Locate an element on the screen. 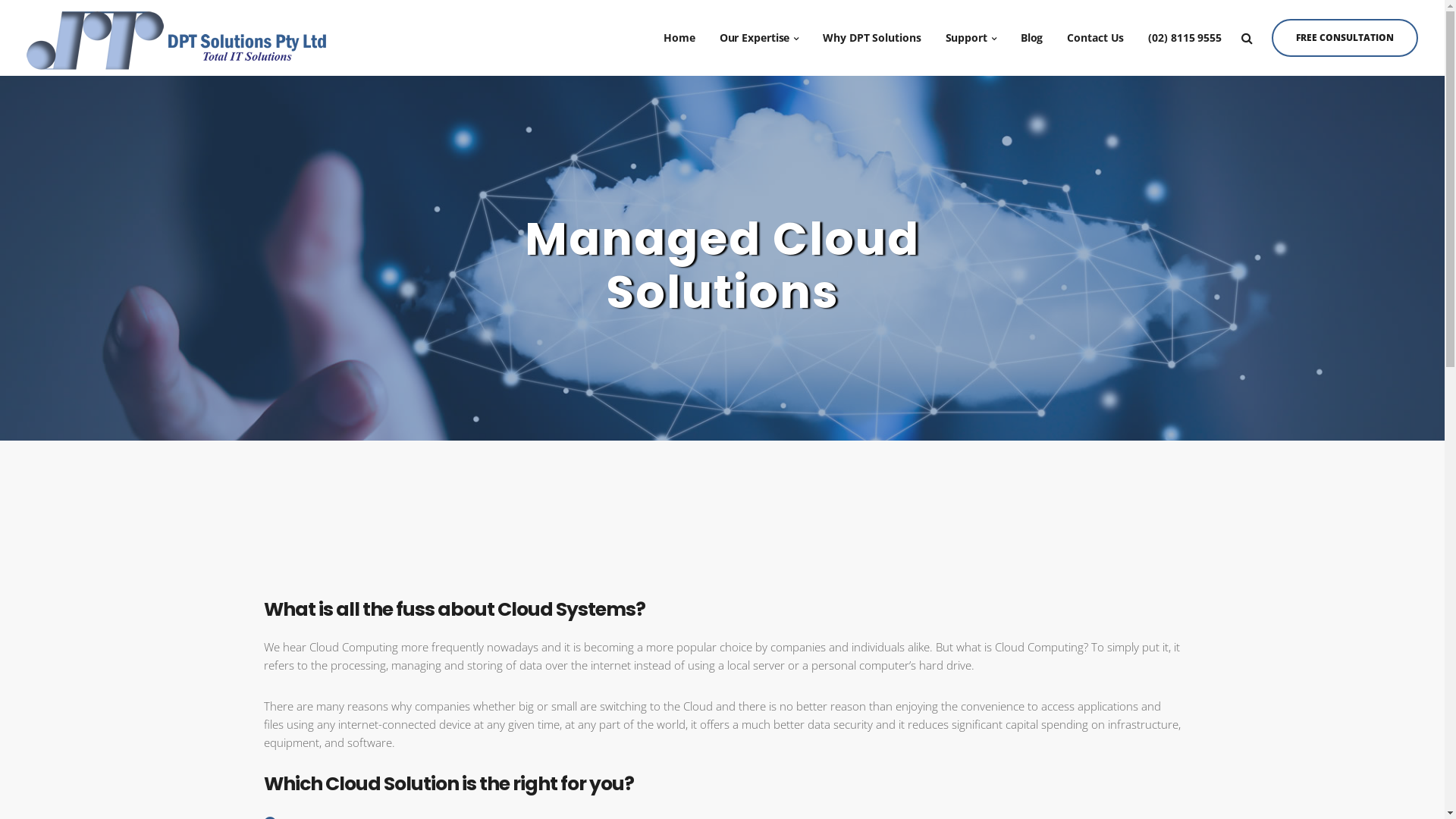  'Our Expertise' is located at coordinates (759, 37).